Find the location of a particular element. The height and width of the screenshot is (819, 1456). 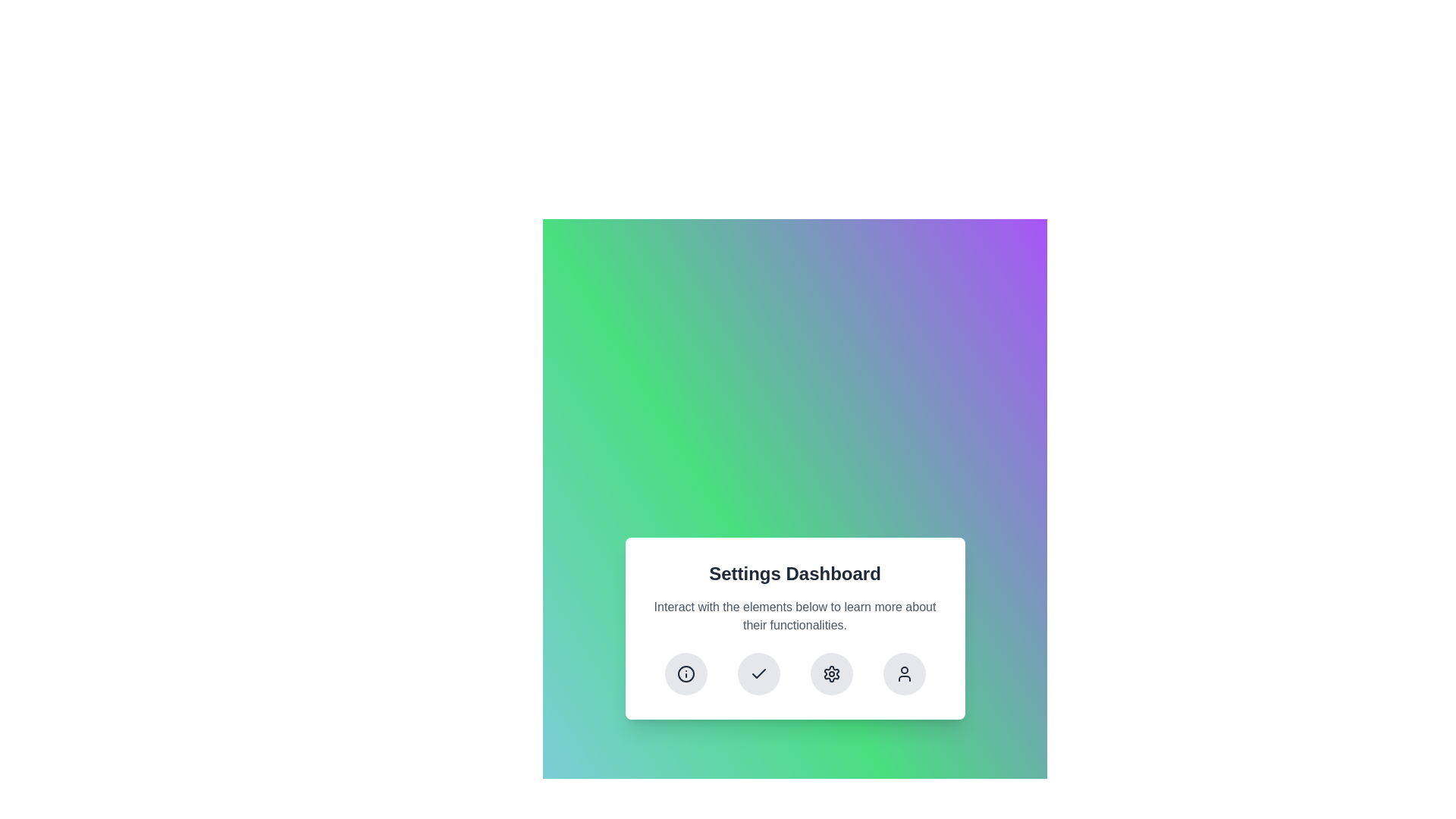

the user-related functionality button, which is the fourth and rightmost button in a horizontally aligned group within a card component is located at coordinates (904, 673).